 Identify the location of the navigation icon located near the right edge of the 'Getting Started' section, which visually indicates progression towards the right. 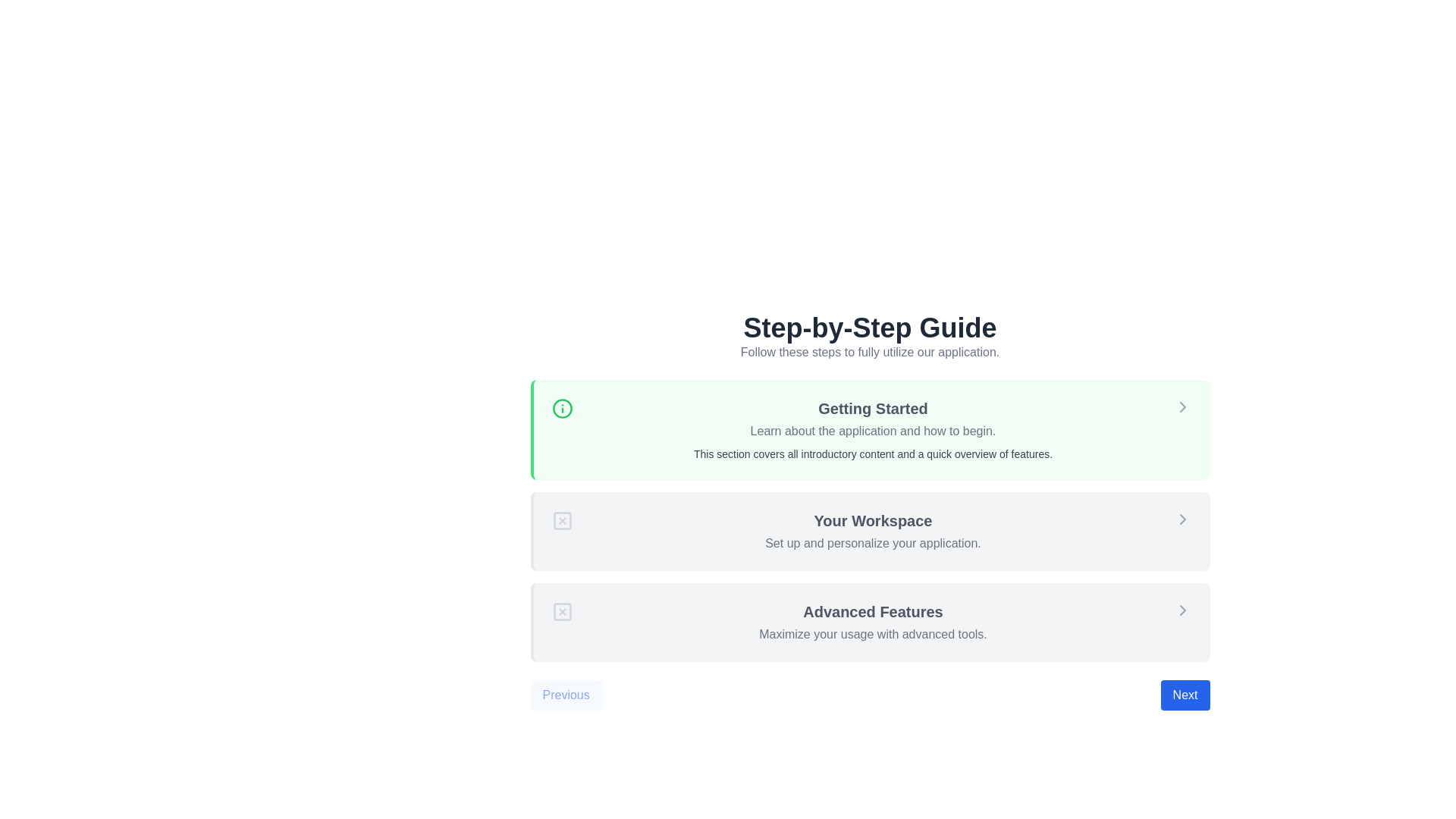
(1181, 610).